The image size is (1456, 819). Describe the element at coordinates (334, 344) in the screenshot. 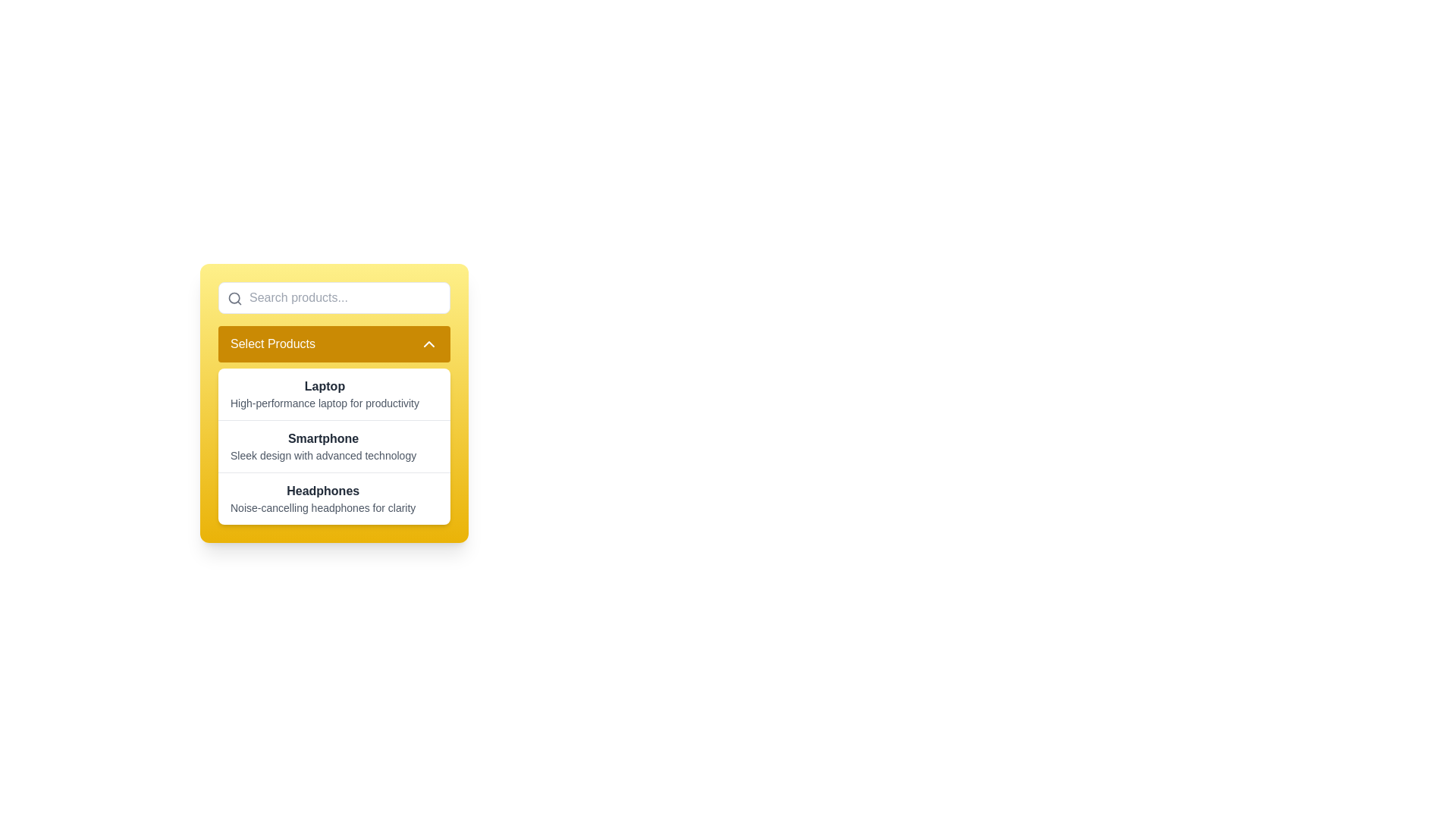

I see `the 'Select Products' Dropdown Button with a yellow background` at that location.